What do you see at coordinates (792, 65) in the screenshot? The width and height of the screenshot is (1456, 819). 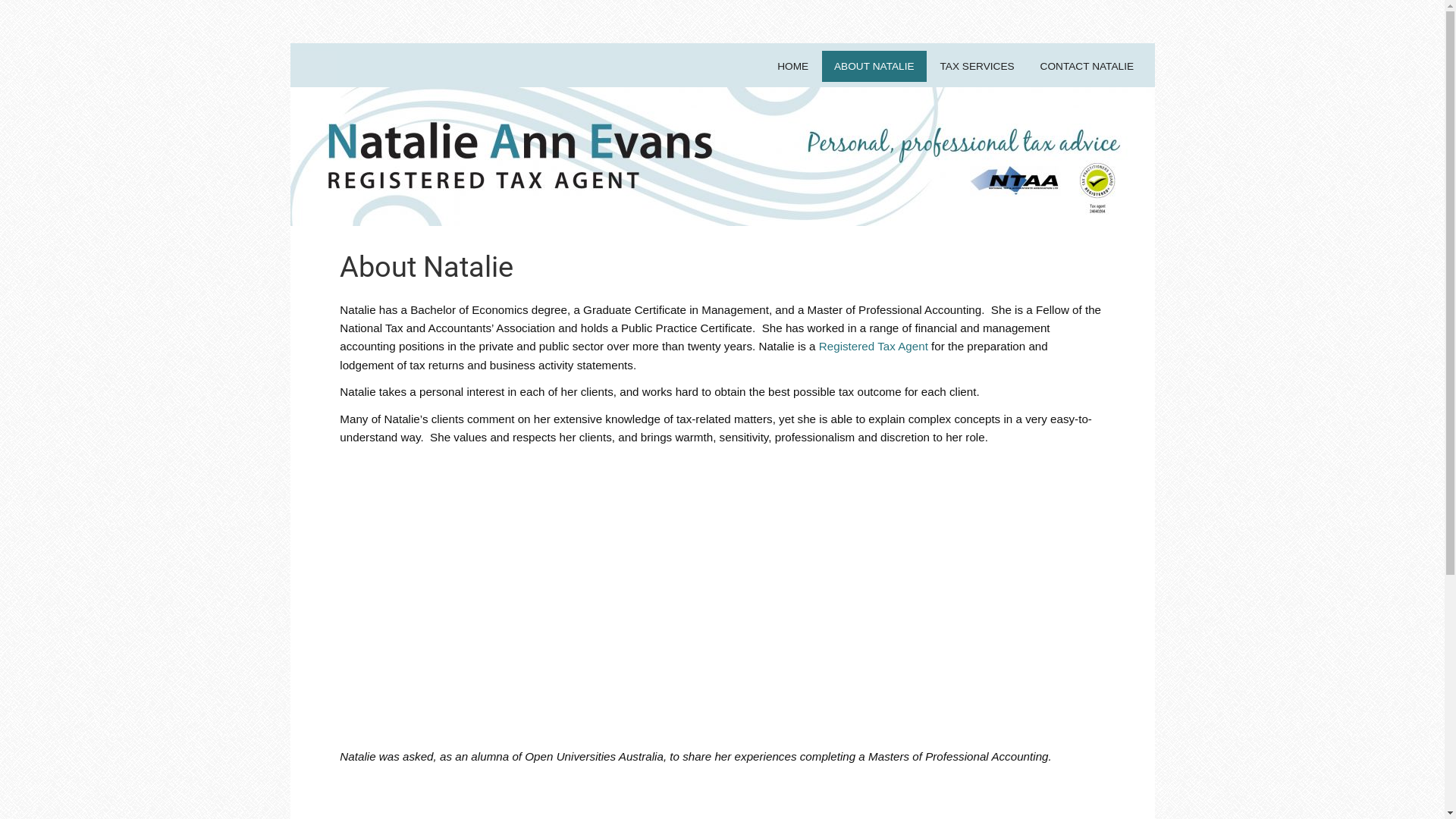 I see `'HOME'` at bounding box center [792, 65].